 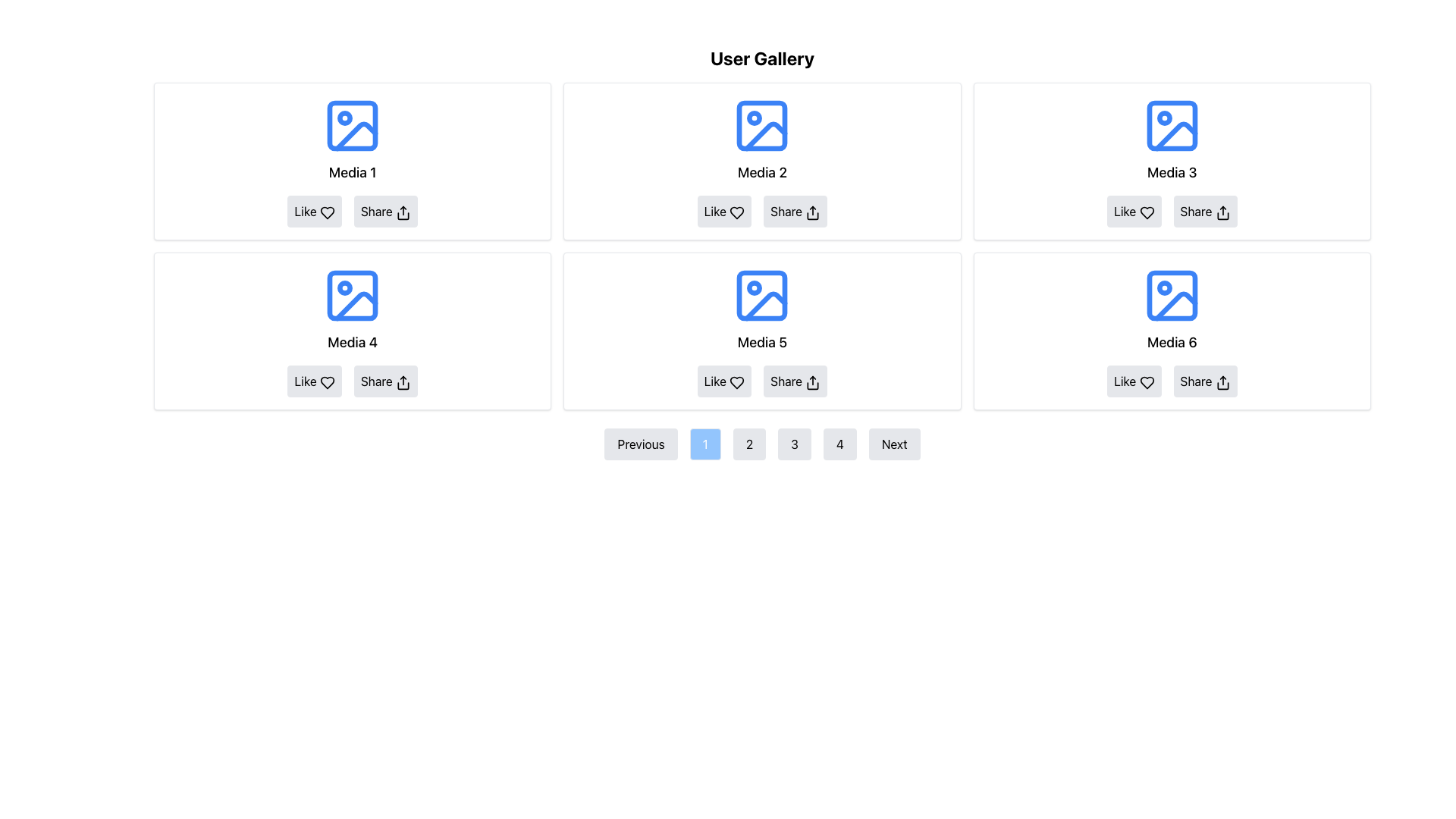 What do you see at coordinates (894, 444) in the screenshot?
I see `the navigation button located at the far right of the row of controls` at bounding box center [894, 444].